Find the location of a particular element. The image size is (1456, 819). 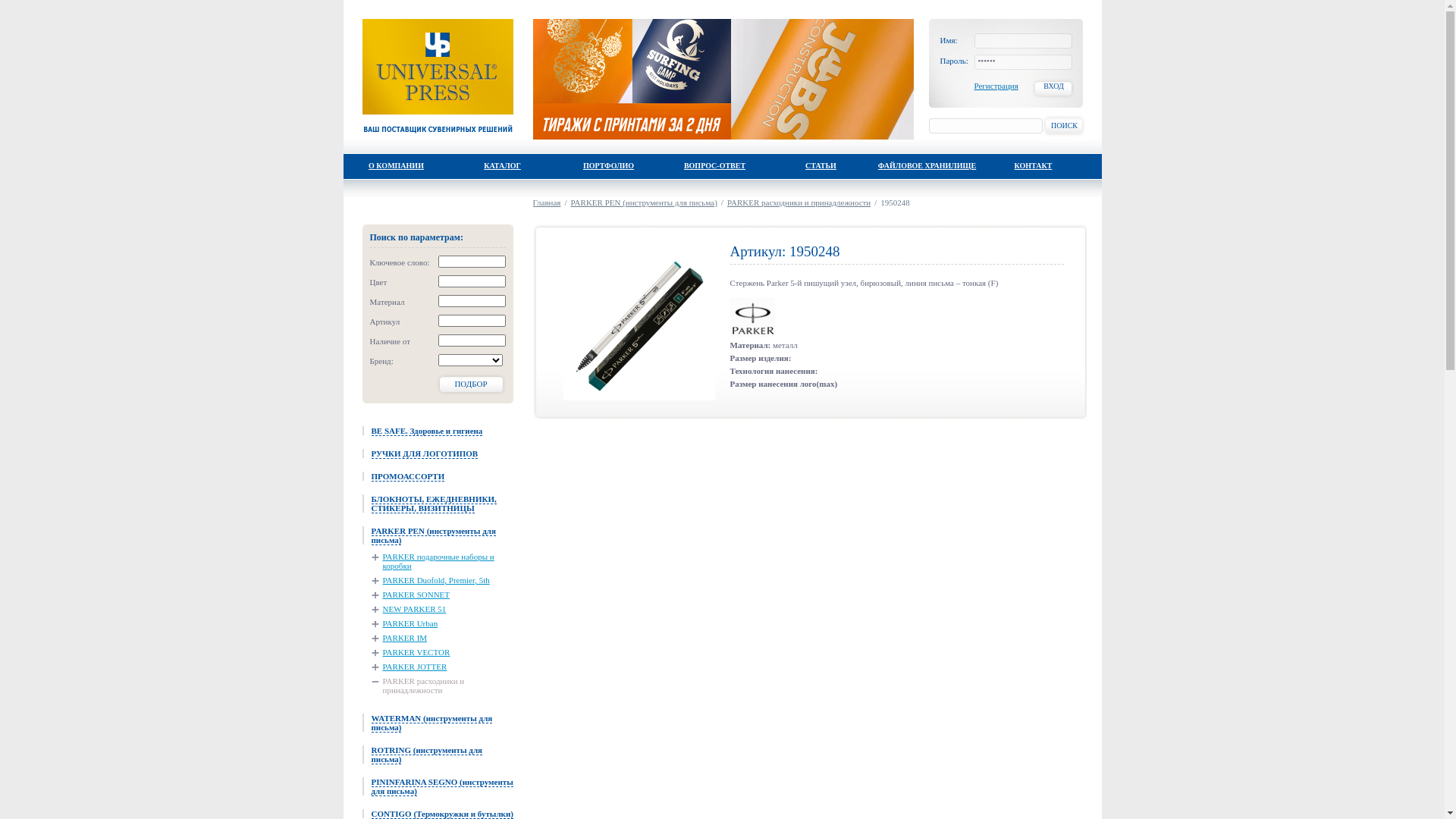

'PARKER Duofold, Premier, 5th' is located at coordinates (429, 579).